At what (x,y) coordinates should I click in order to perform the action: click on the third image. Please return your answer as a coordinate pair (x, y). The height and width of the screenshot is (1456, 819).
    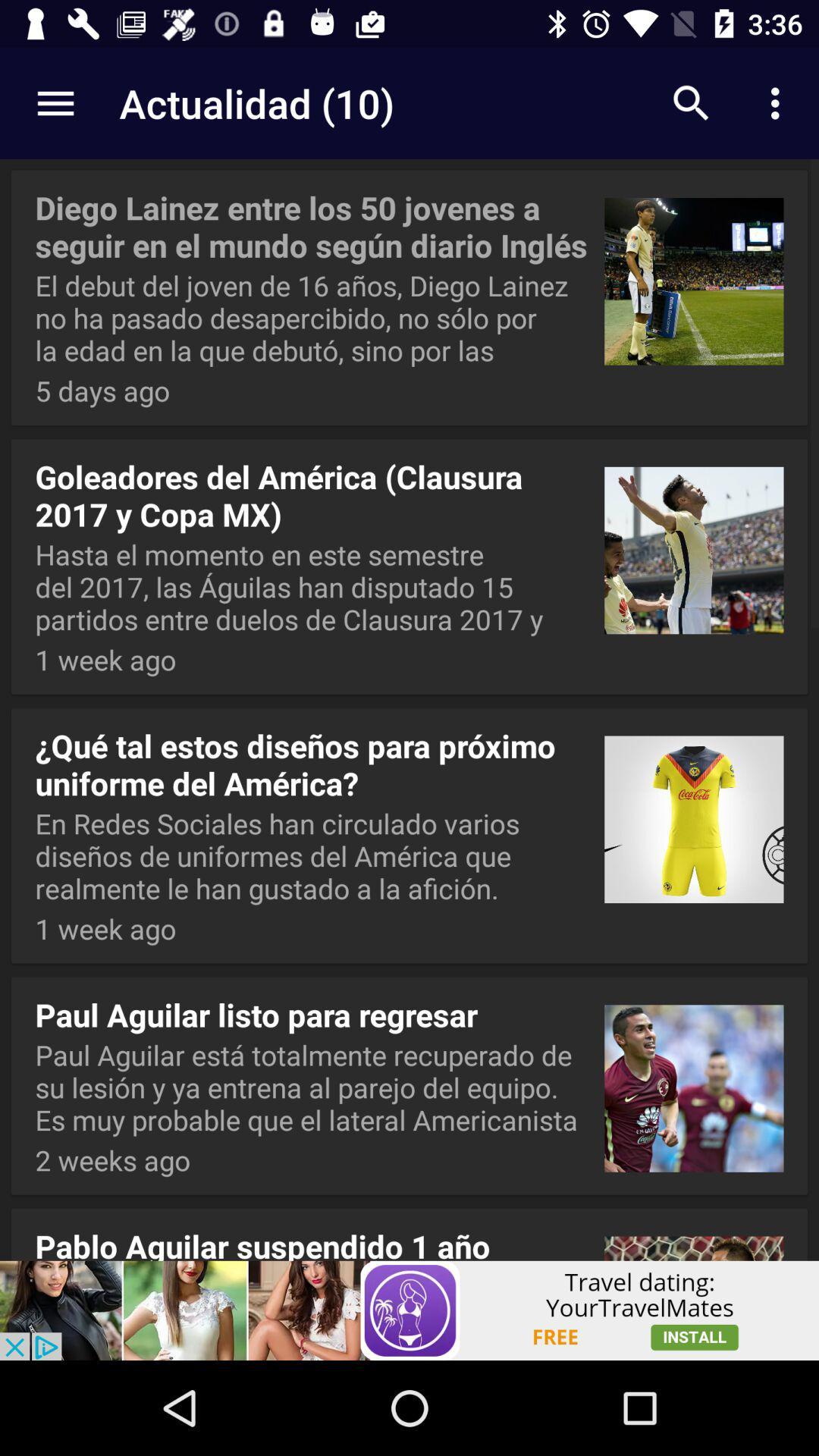
    Looking at the image, I should click on (694, 813).